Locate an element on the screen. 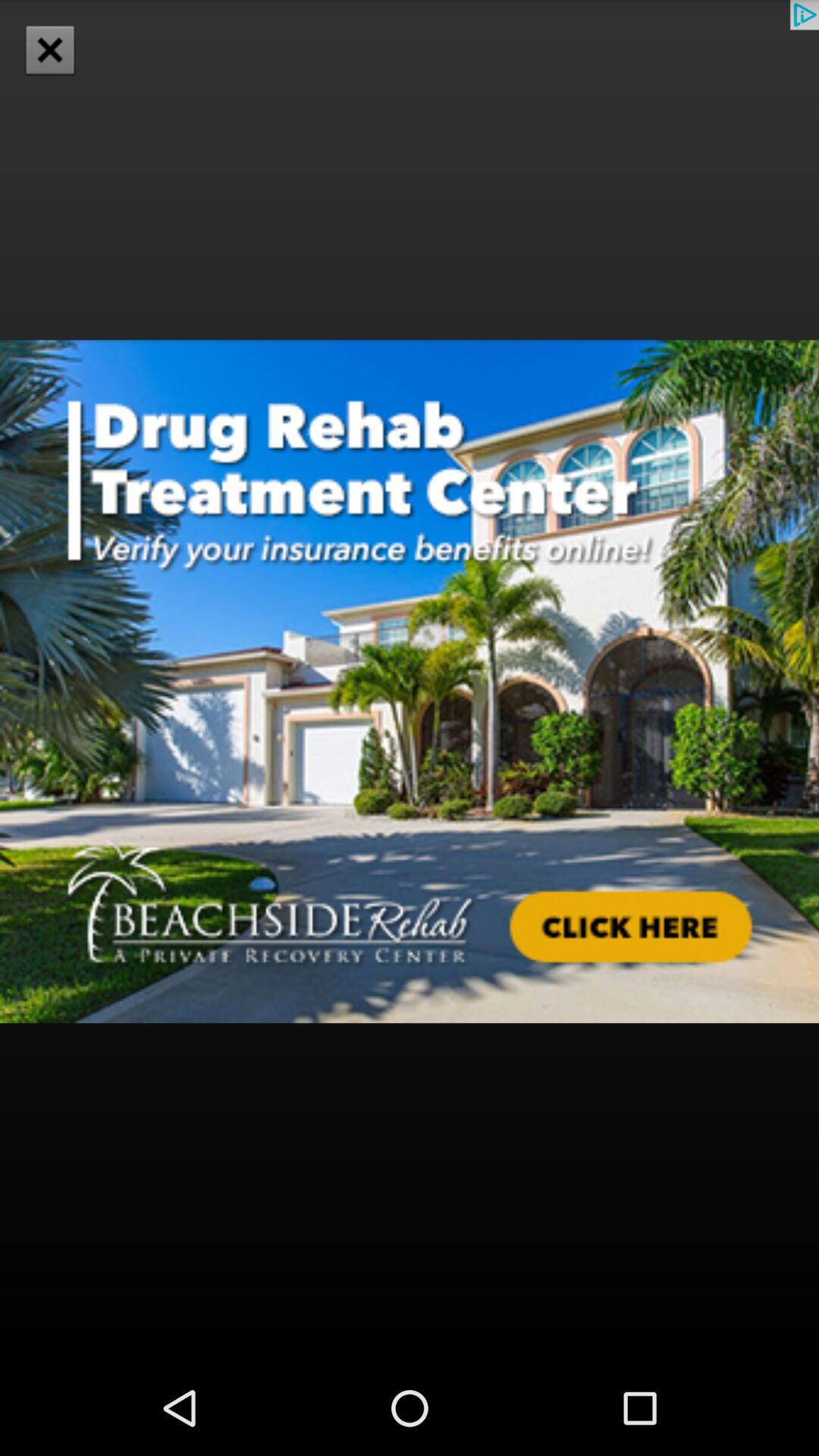 The height and width of the screenshot is (1456, 819). the close icon is located at coordinates (49, 53).